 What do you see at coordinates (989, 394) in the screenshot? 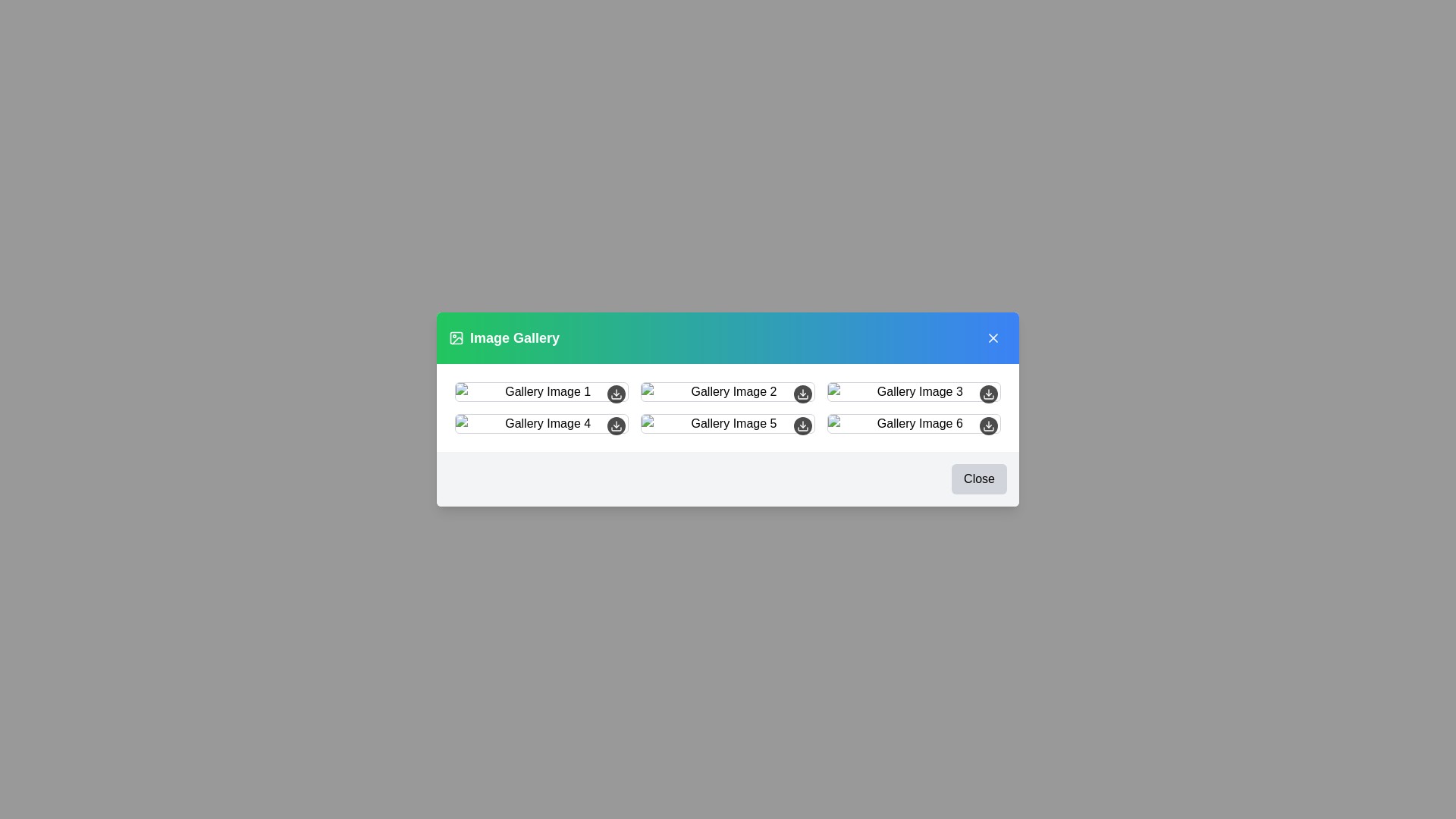
I see `the download button for image 3` at bounding box center [989, 394].